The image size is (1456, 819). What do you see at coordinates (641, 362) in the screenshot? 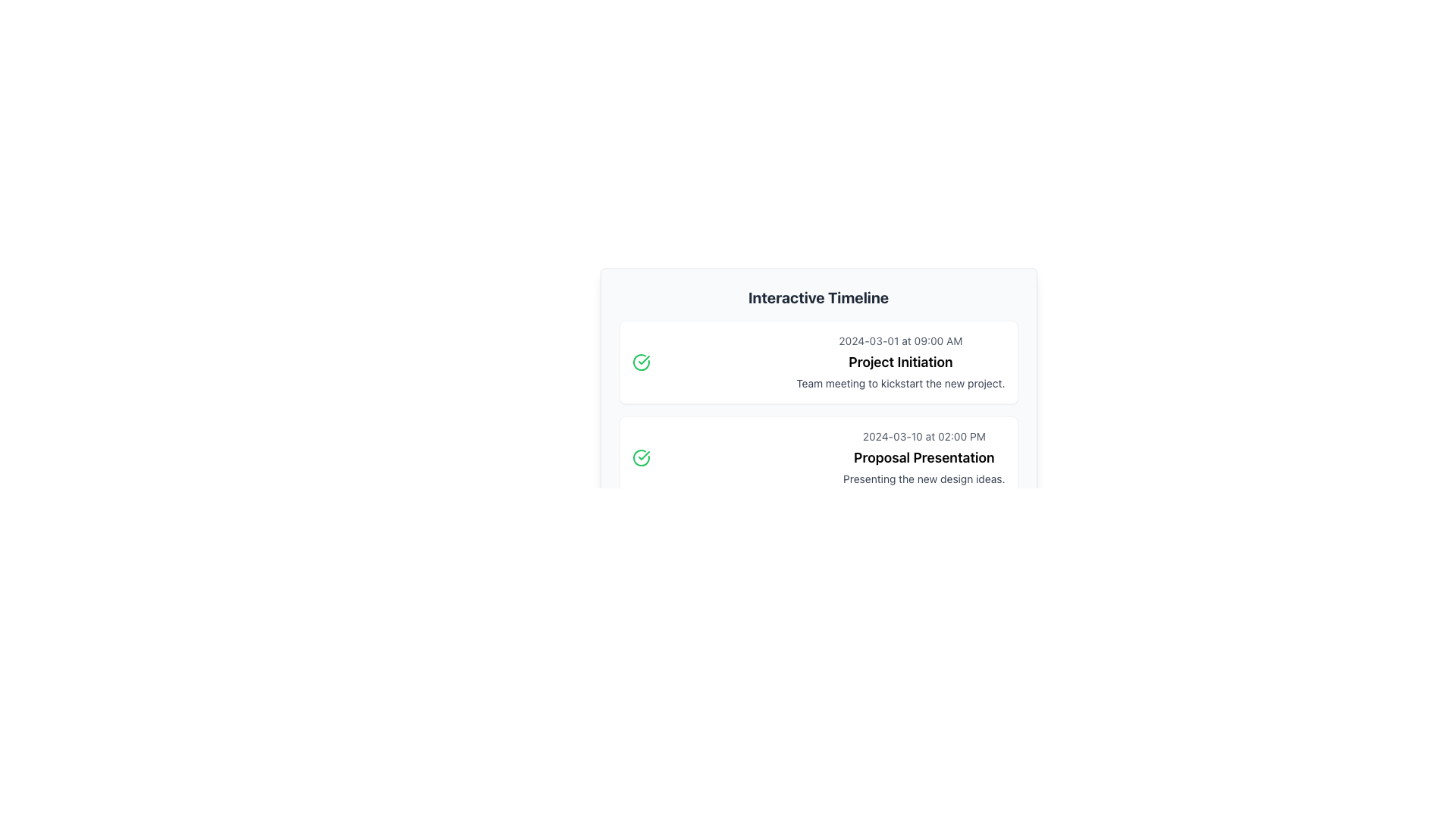
I see `the circular green check icon located to the left of the text 'Project Initiation' in the timeline item for the date '2024-03-01'` at bounding box center [641, 362].